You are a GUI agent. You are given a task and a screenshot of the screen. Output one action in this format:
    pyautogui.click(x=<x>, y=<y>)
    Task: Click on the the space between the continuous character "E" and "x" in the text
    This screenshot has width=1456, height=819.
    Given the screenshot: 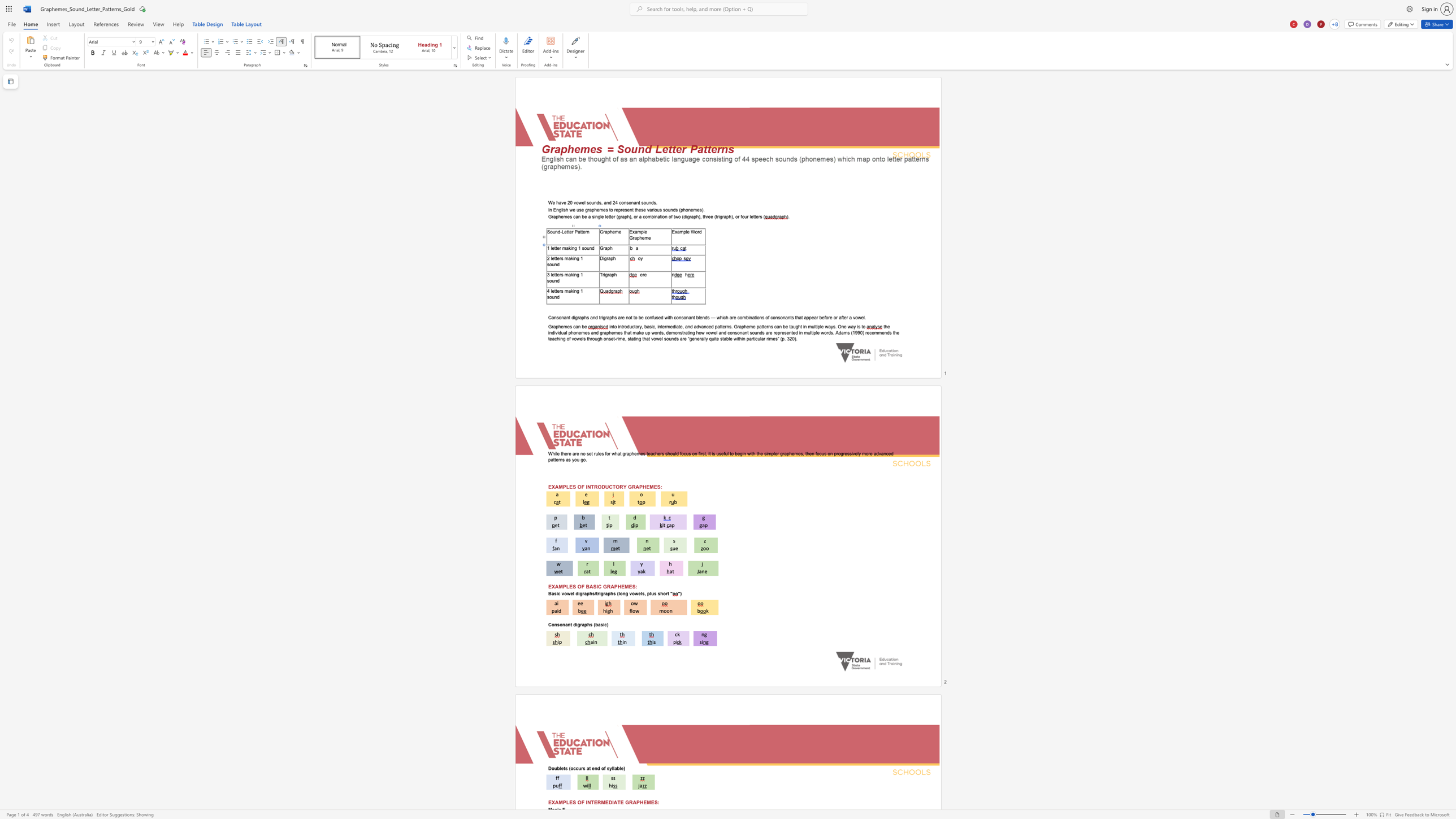 What is the action you would take?
    pyautogui.click(x=674, y=231)
    